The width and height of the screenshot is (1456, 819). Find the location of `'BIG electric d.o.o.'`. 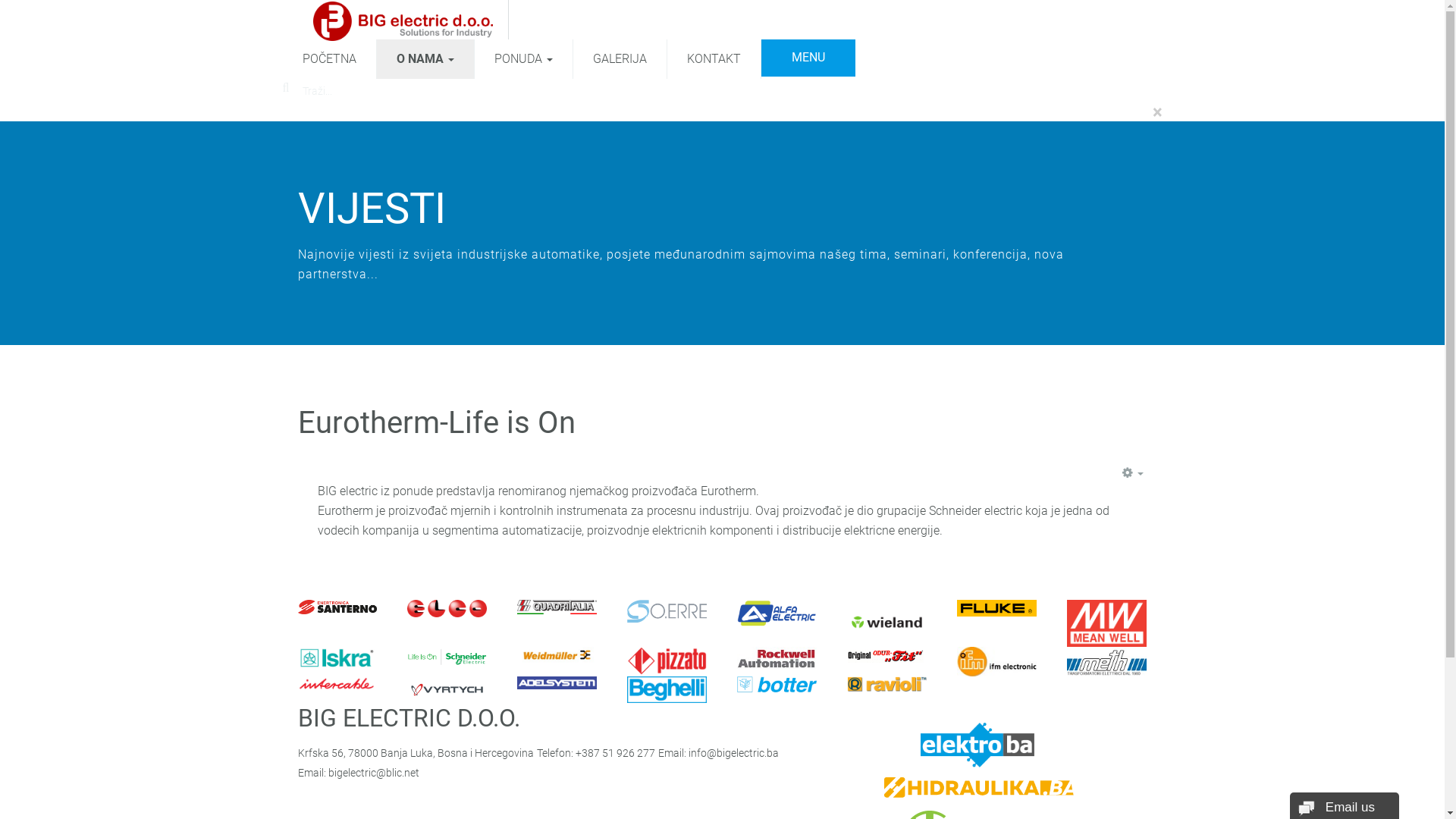

'BIG electric d.o.o.' is located at coordinates (402, 20).